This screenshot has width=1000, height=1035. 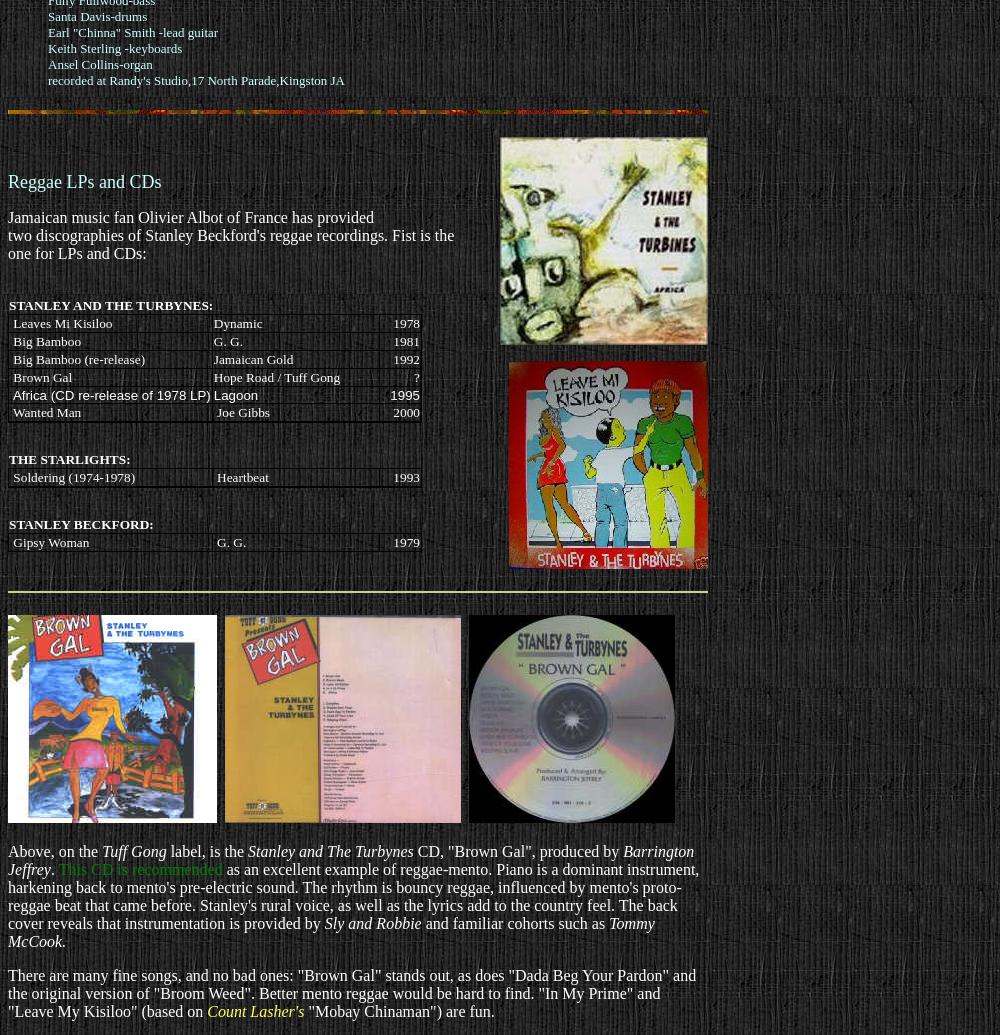 What do you see at coordinates (323, 922) in the screenshot?
I see `'Sly and 
		Robbie'` at bounding box center [323, 922].